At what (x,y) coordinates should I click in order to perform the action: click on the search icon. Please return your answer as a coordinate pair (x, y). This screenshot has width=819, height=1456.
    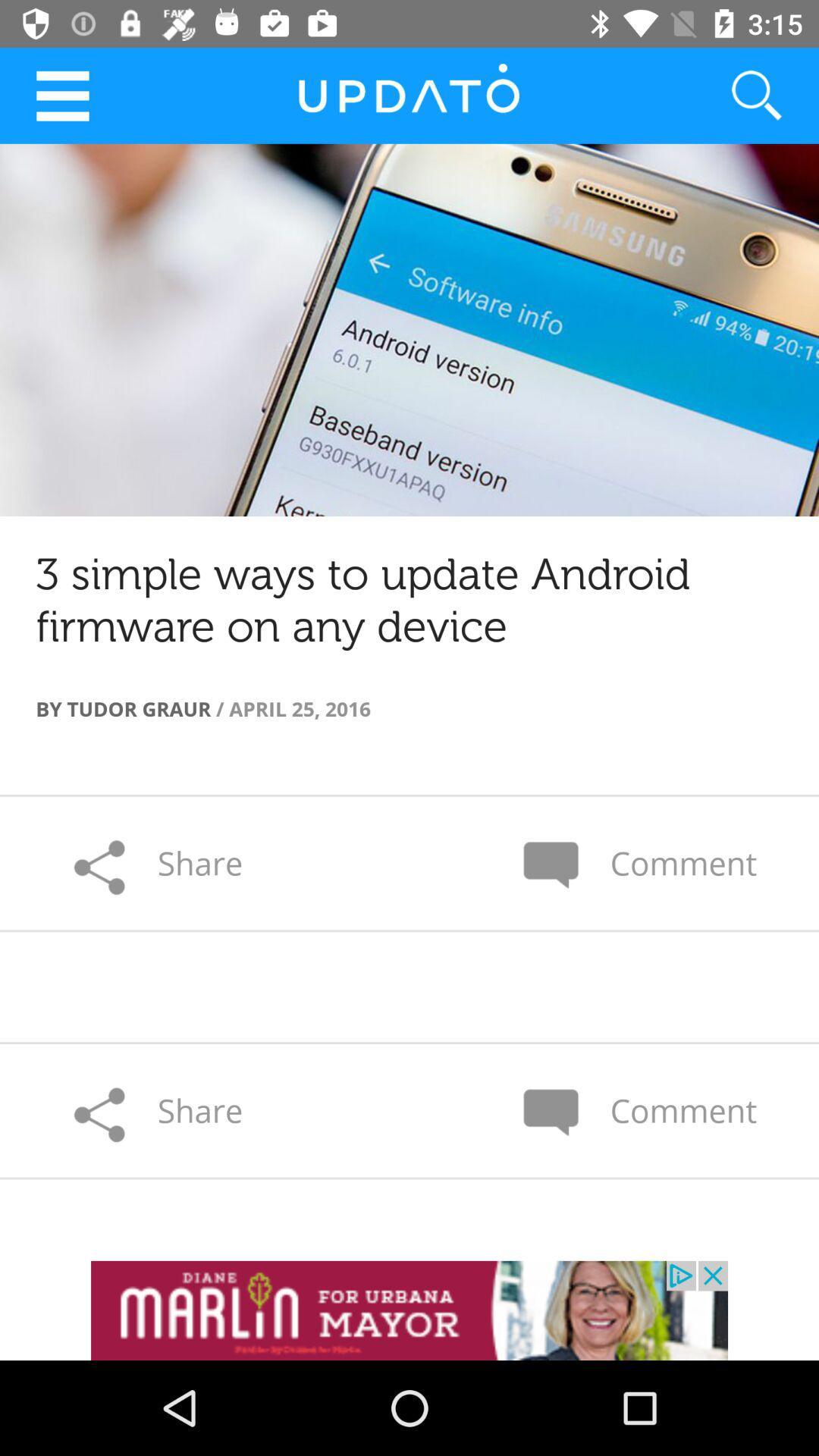
    Looking at the image, I should click on (737, 95).